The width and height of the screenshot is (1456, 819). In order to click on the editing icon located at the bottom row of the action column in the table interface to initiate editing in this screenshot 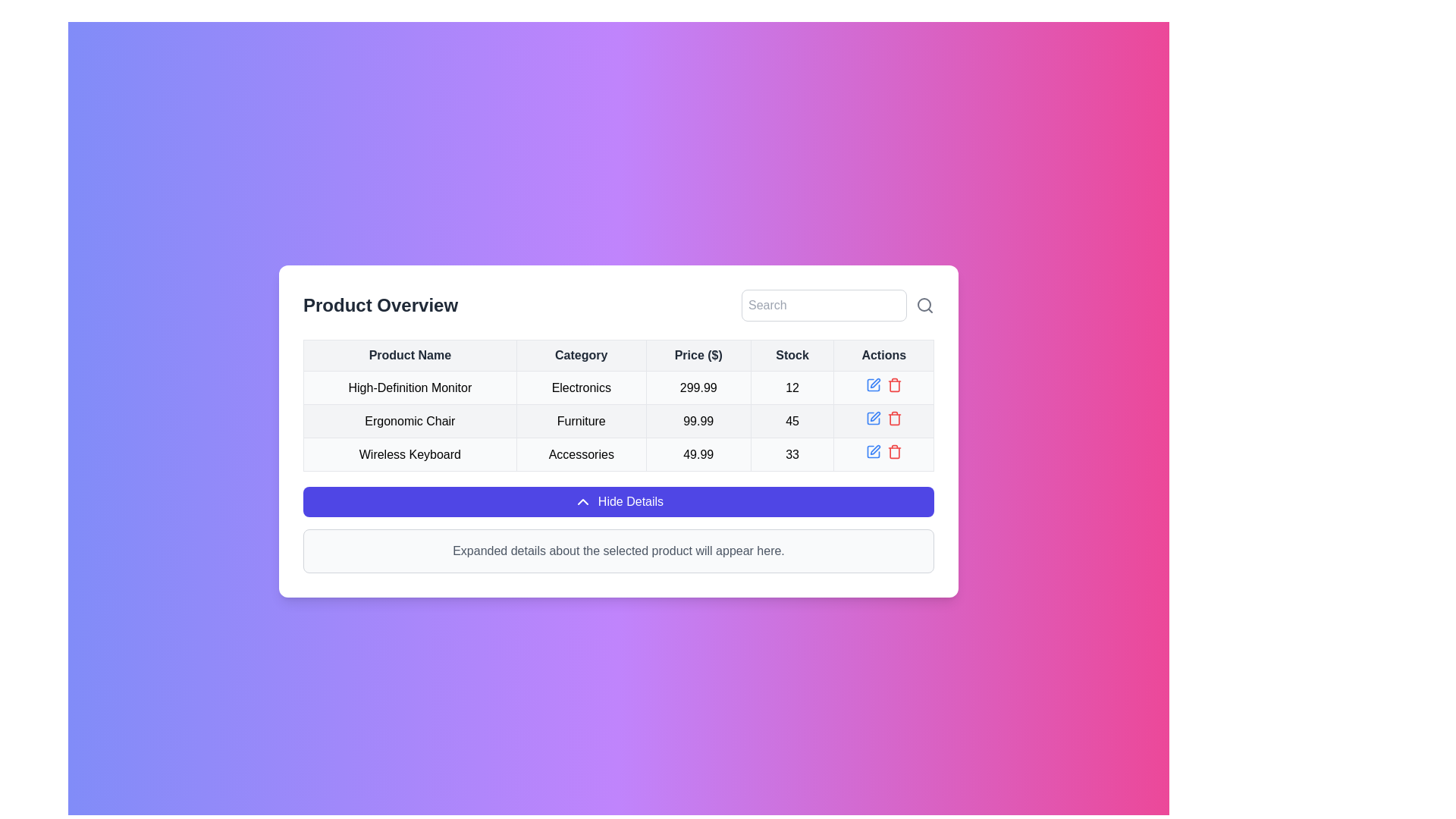, I will do `click(875, 449)`.